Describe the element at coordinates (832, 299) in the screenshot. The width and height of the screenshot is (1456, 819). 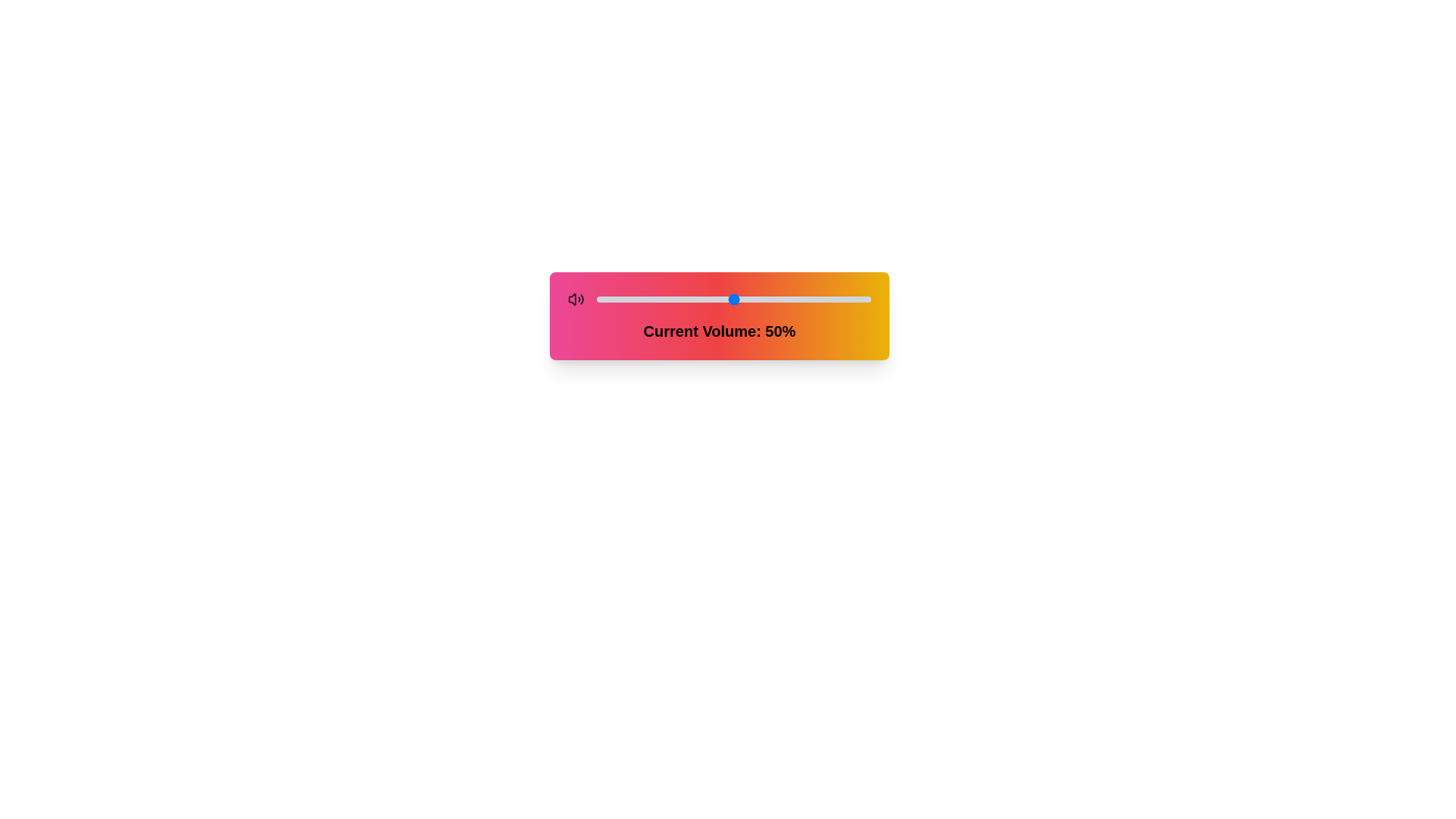
I see `the volume slider to 86%, observing the icon change dynamically` at that location.